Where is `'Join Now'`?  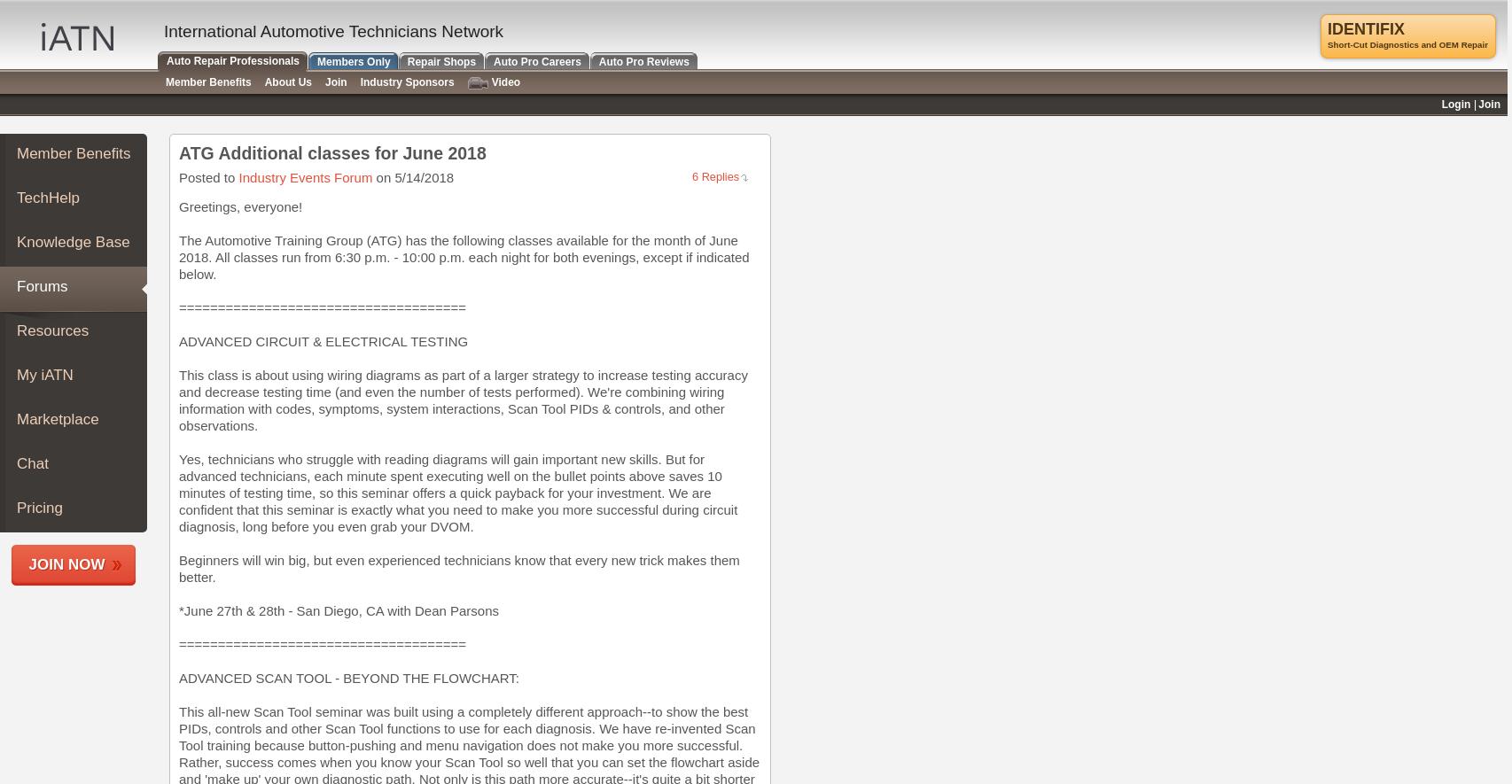 'Join Now' is located at coordinates (66, 563).